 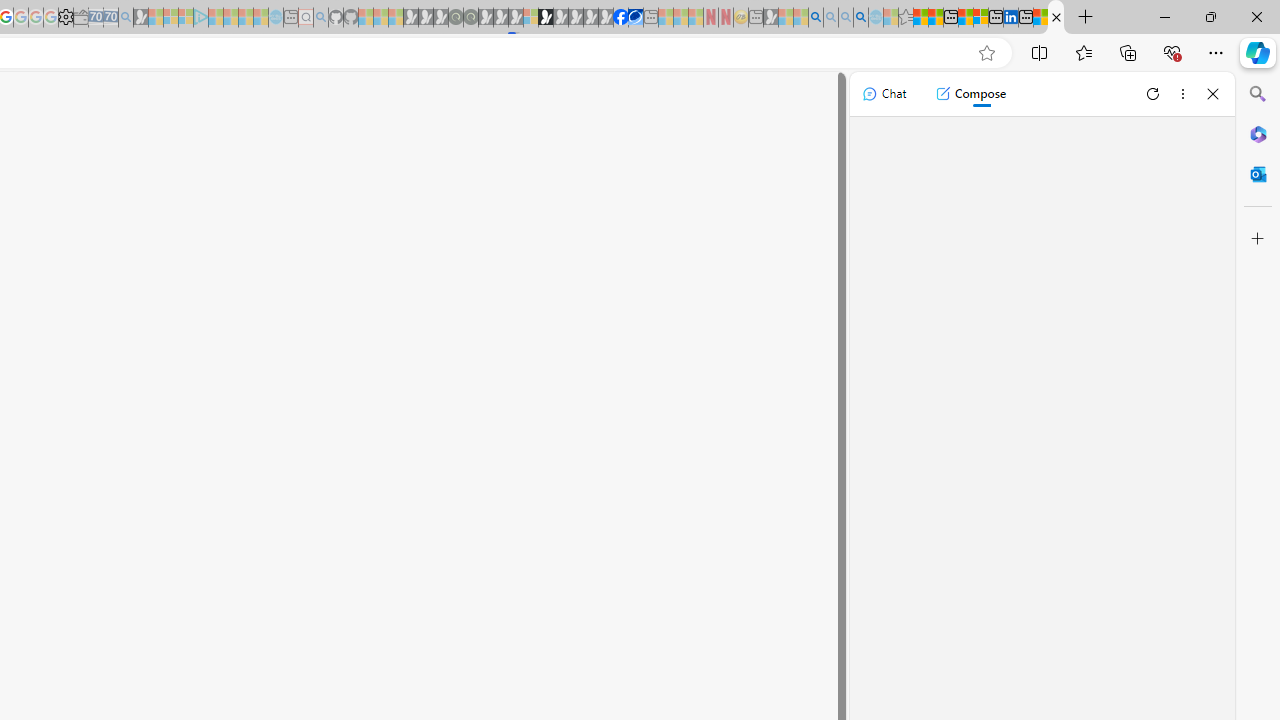 I want to click on 'Aberdeen, Hong Kong SAR weather forecast | Microsoft Weather', so click(x=935, y=17).